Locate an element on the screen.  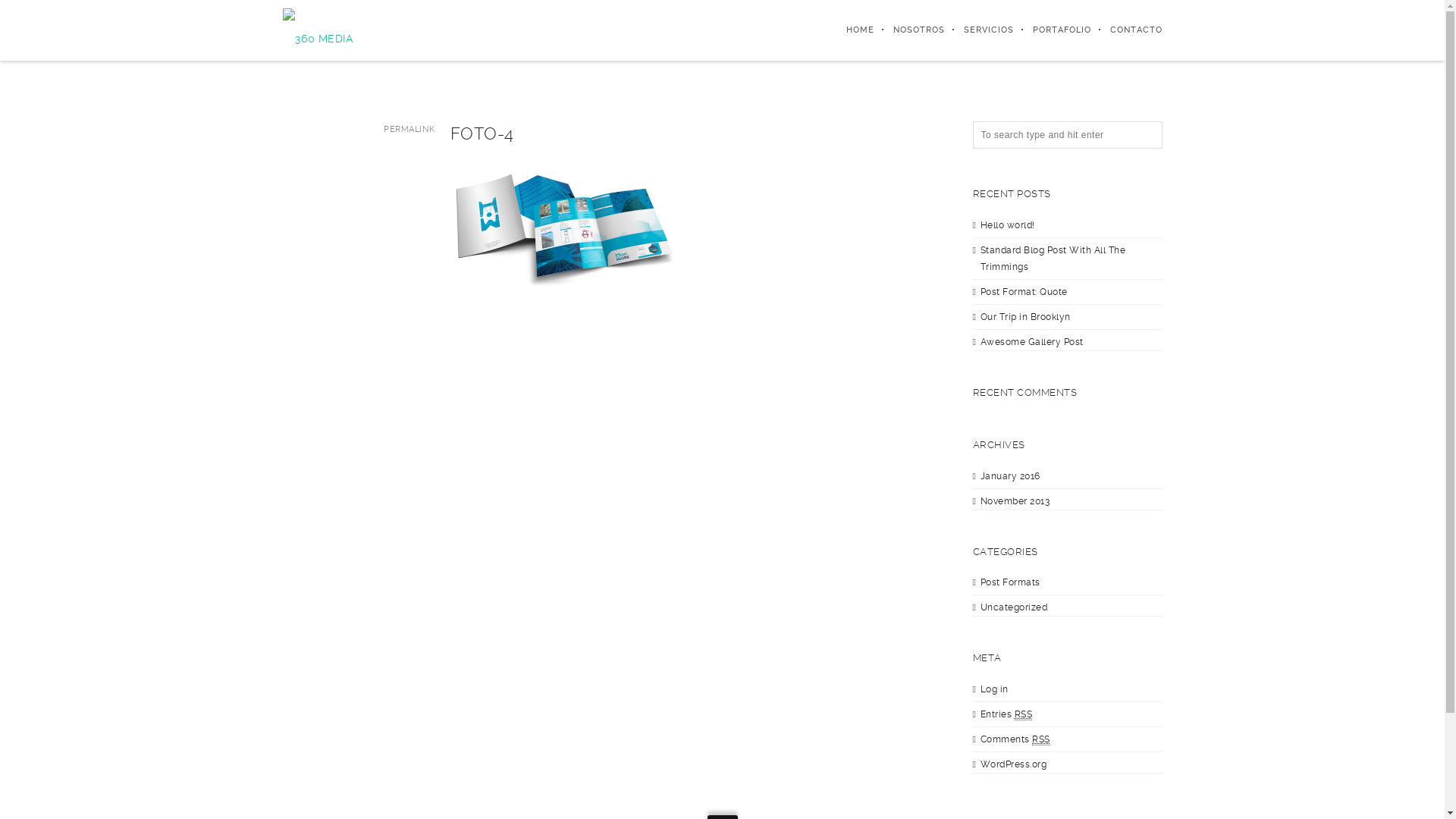
'Standard Blog Post With All The Trimmings' is located at coordinates (979, 256).